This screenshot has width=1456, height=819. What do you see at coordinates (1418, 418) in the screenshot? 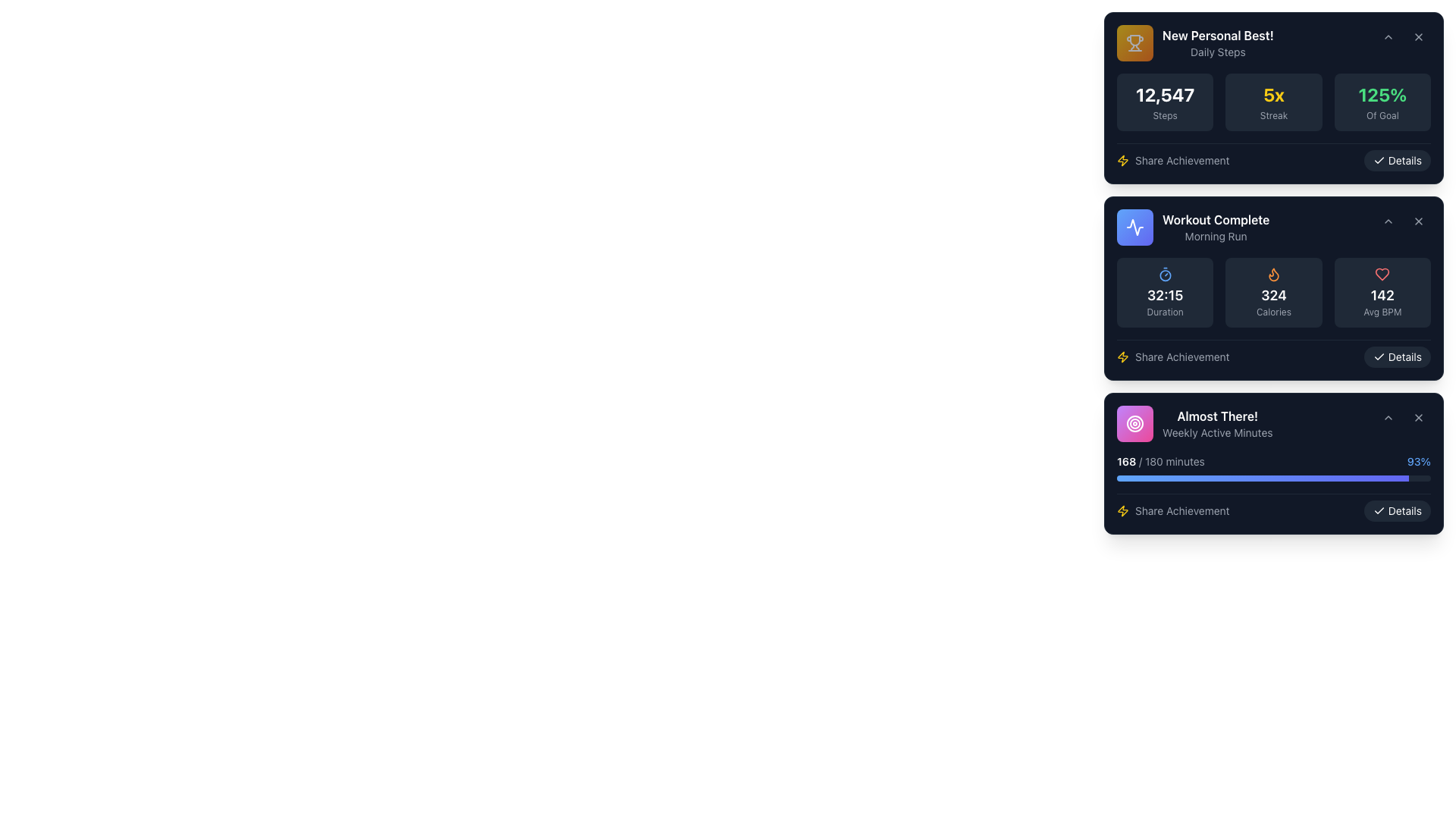
I see `the close button positioned at the top-right corner of the card titled 'Almost There!'` at bounding box center [1418, 418].